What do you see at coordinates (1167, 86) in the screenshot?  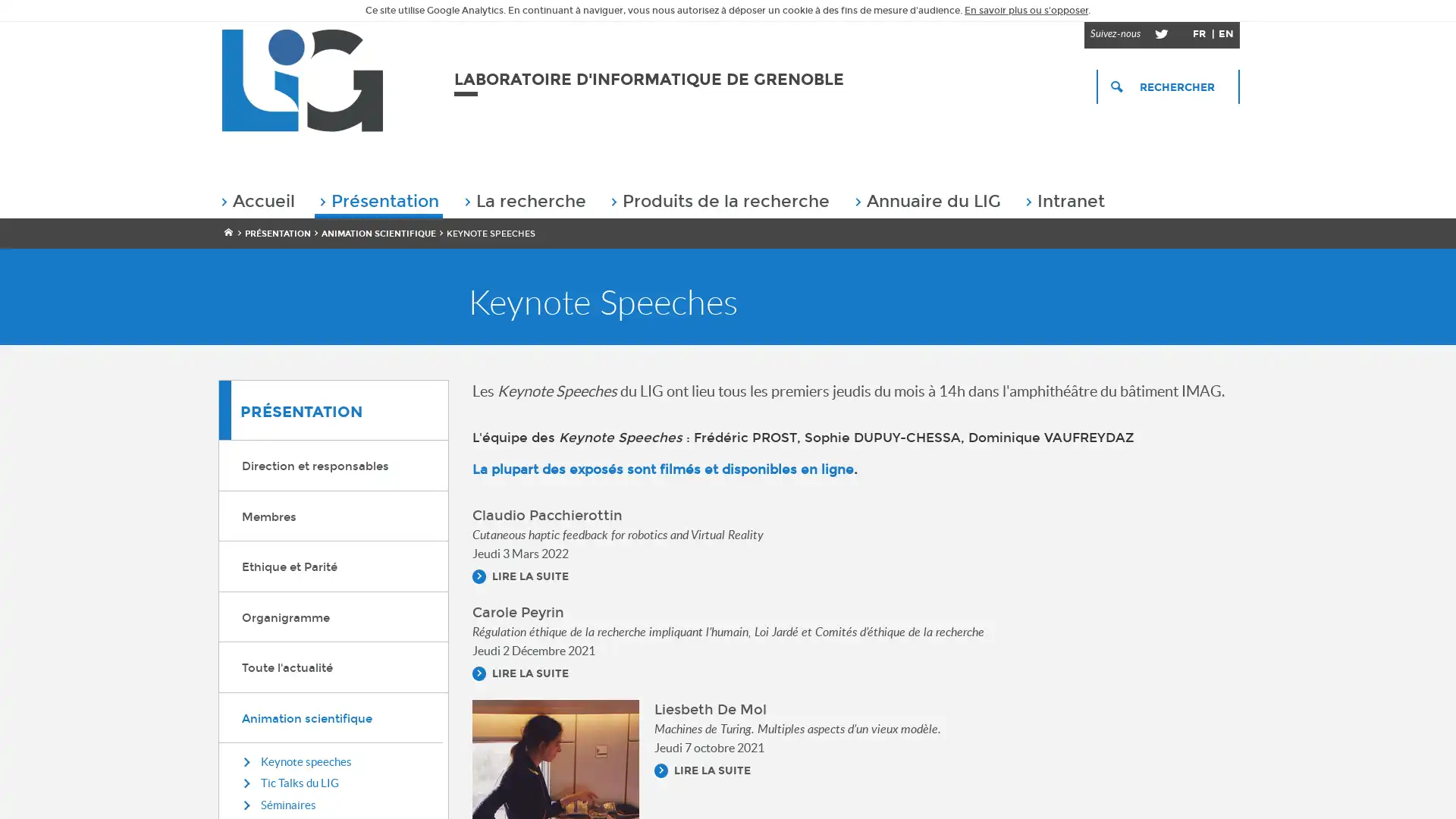 I see `RECHERCHER` at bounding box center [1167, 86].